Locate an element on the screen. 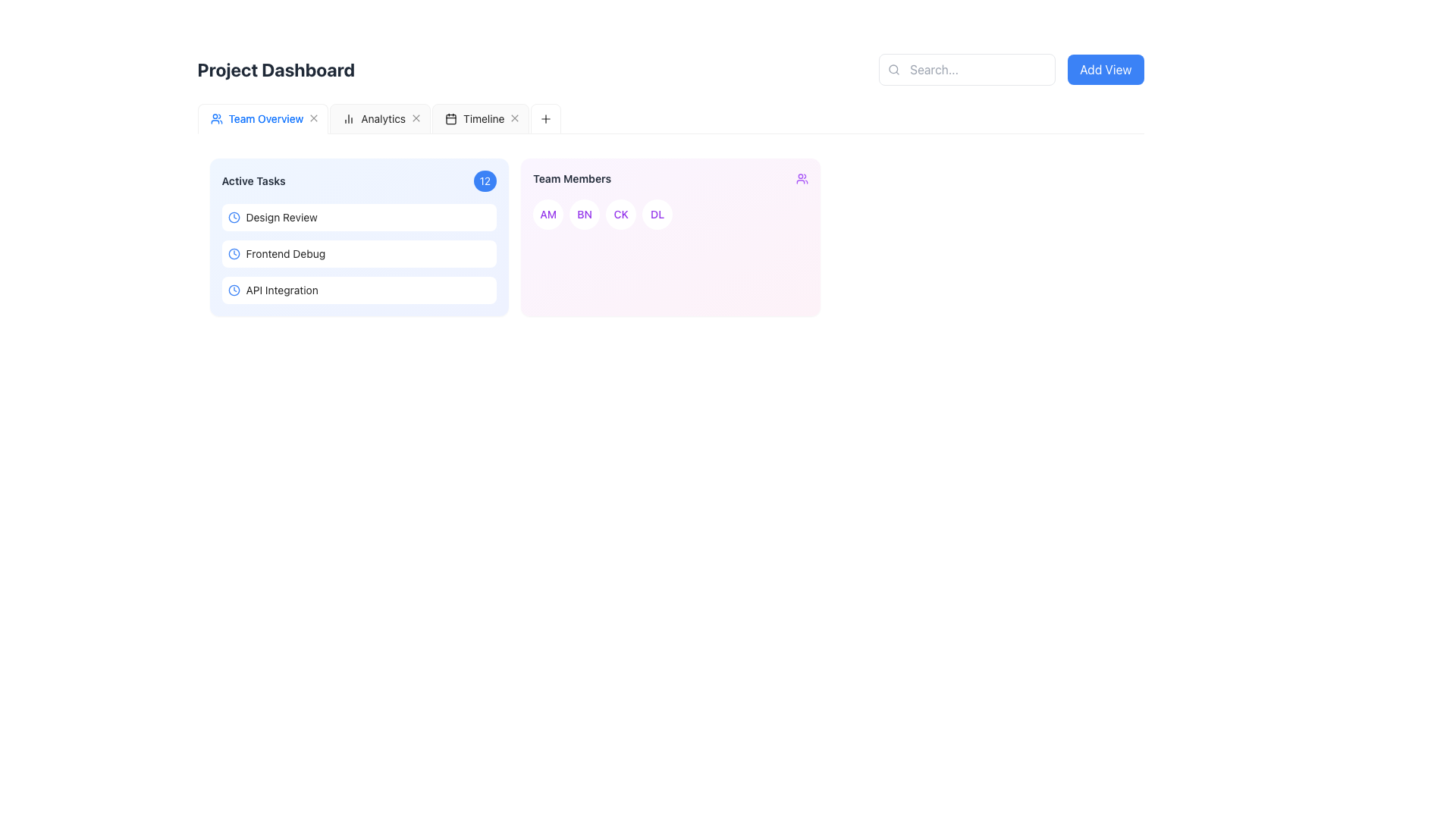  the 'Analytics' navigation tab, which is the second text element in a horizontal sequence of three tabs is located at coordinates (383, 118).